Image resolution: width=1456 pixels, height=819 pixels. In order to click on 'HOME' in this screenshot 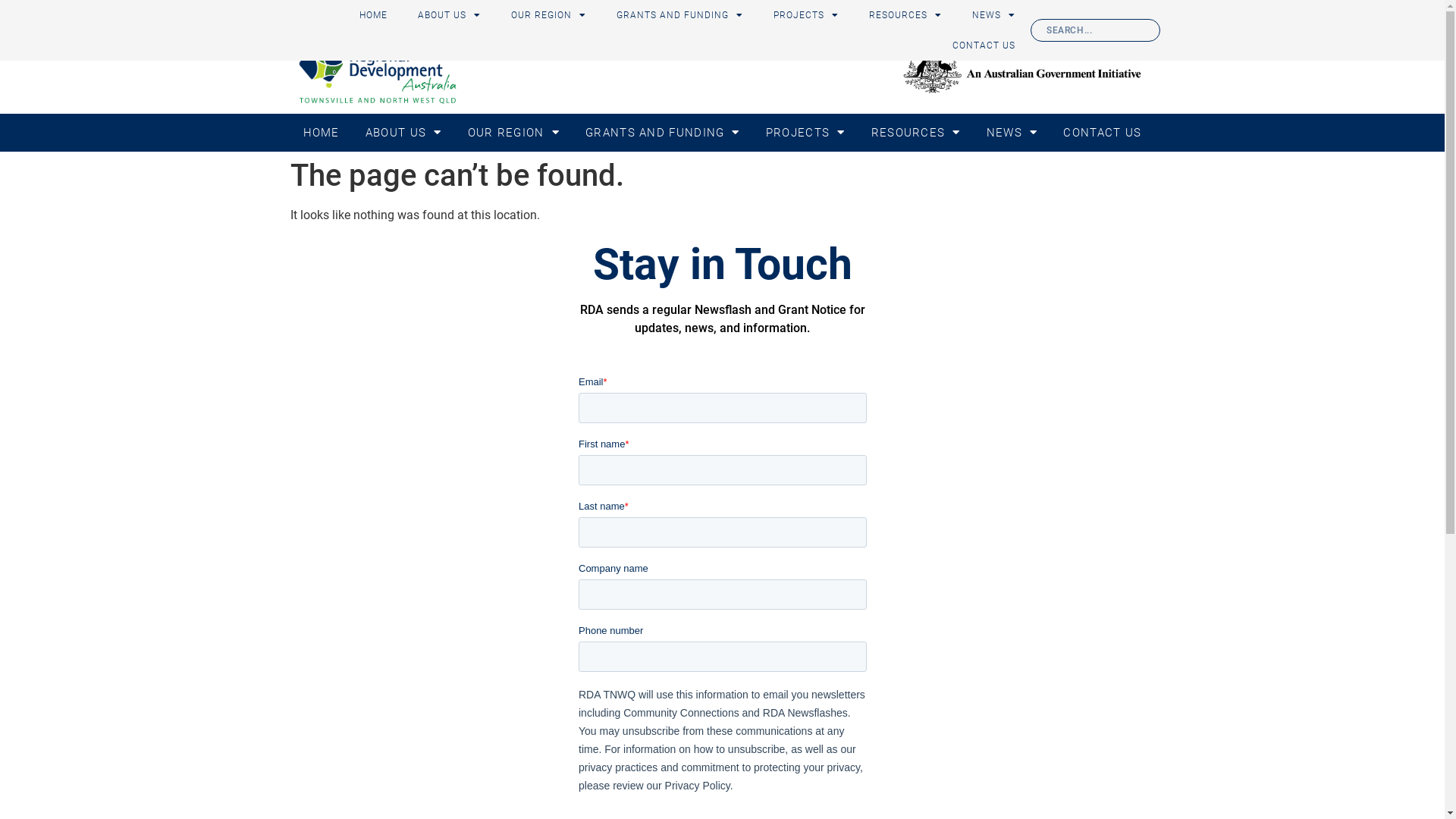, I will do `click(373, 14)`.